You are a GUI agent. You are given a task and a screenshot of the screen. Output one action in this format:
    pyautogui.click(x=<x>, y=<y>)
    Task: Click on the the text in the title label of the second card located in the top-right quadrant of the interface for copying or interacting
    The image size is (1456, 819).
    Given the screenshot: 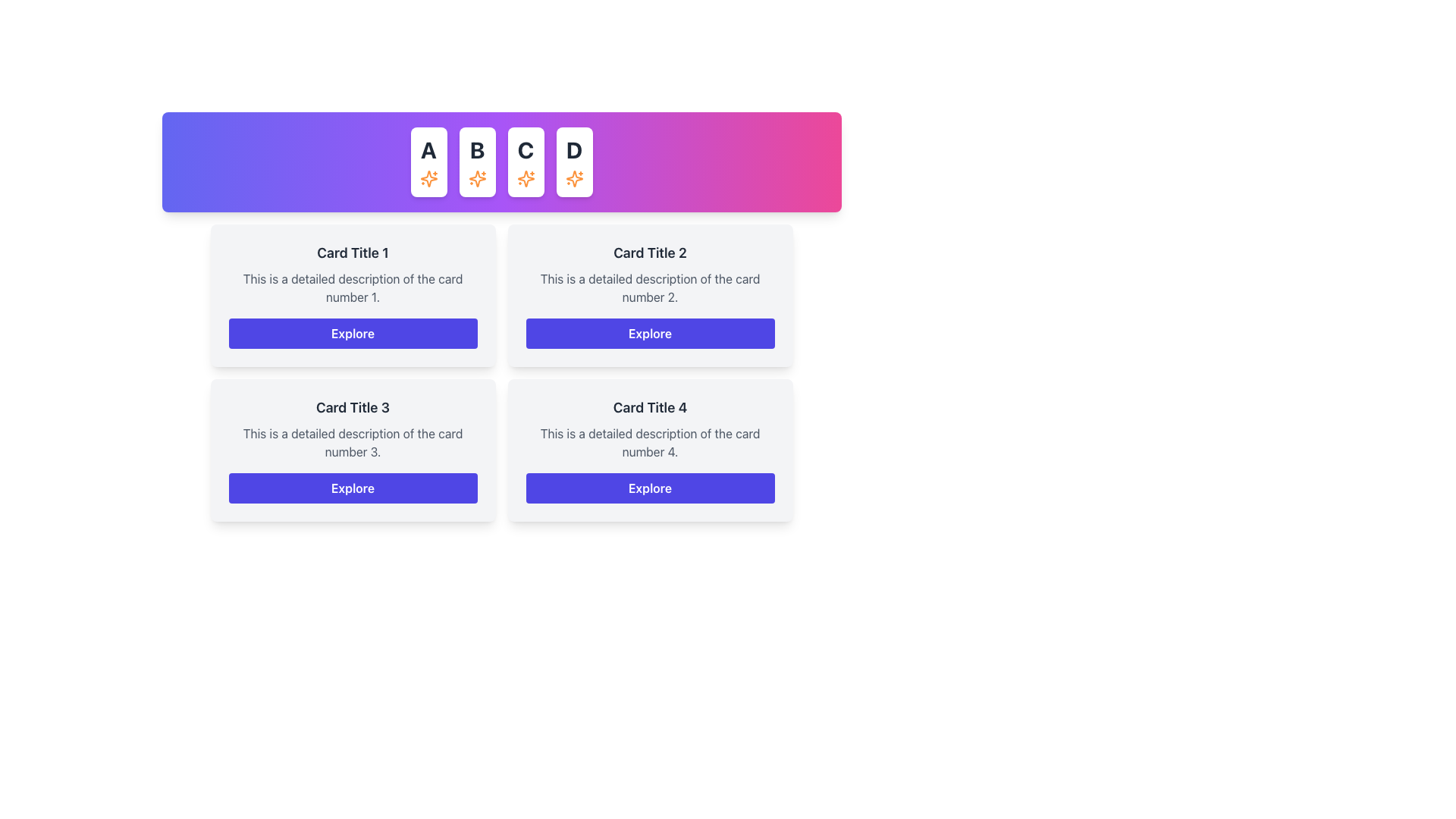 What is the action you would take?
    pyautogui.click(x=650, y=253)
    